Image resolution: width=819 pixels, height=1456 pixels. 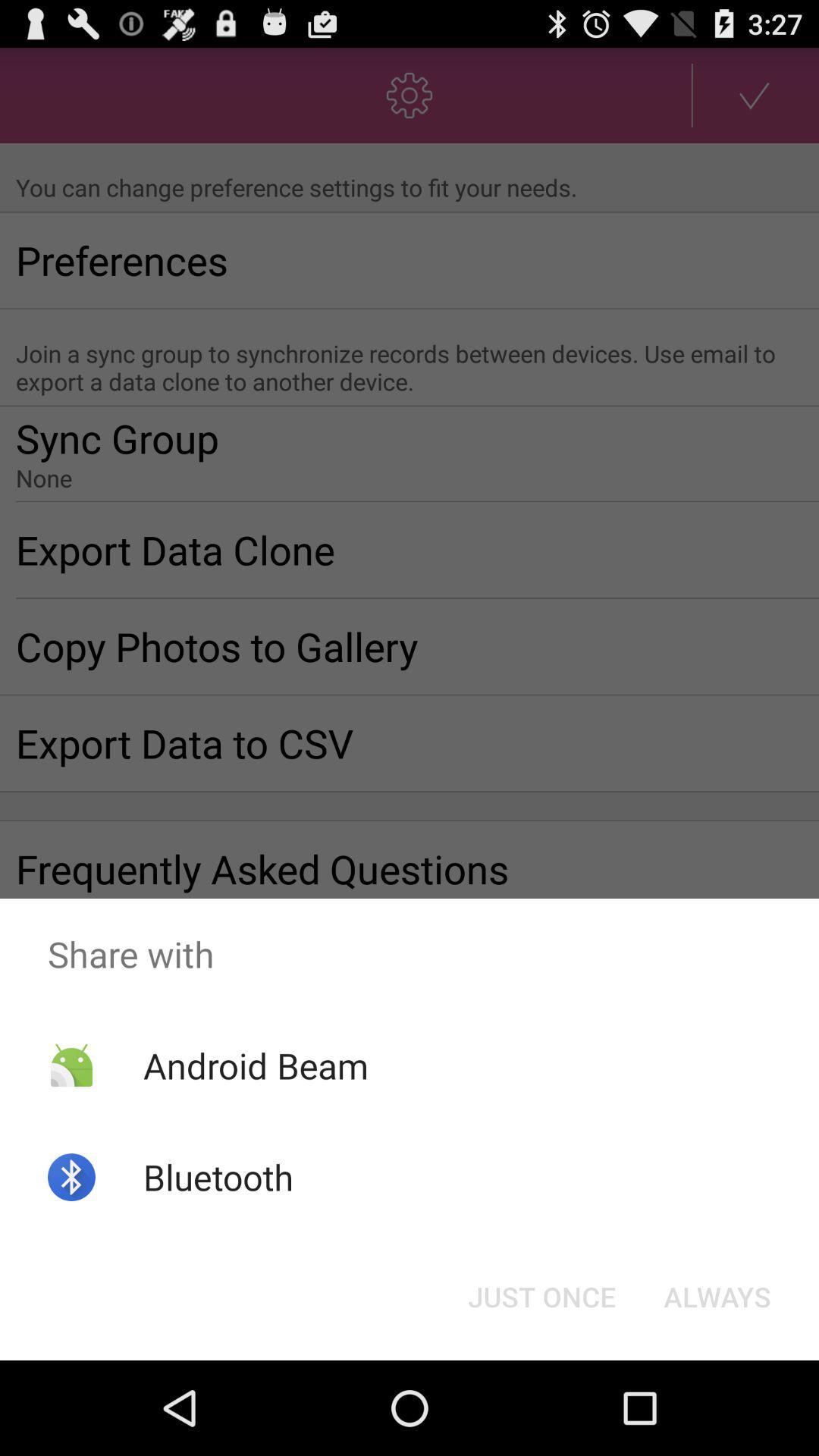 What do you see at coordinates (541, 1295) in the screenshot?
I see `button at the bottom` at bounding box center [541, 1295].